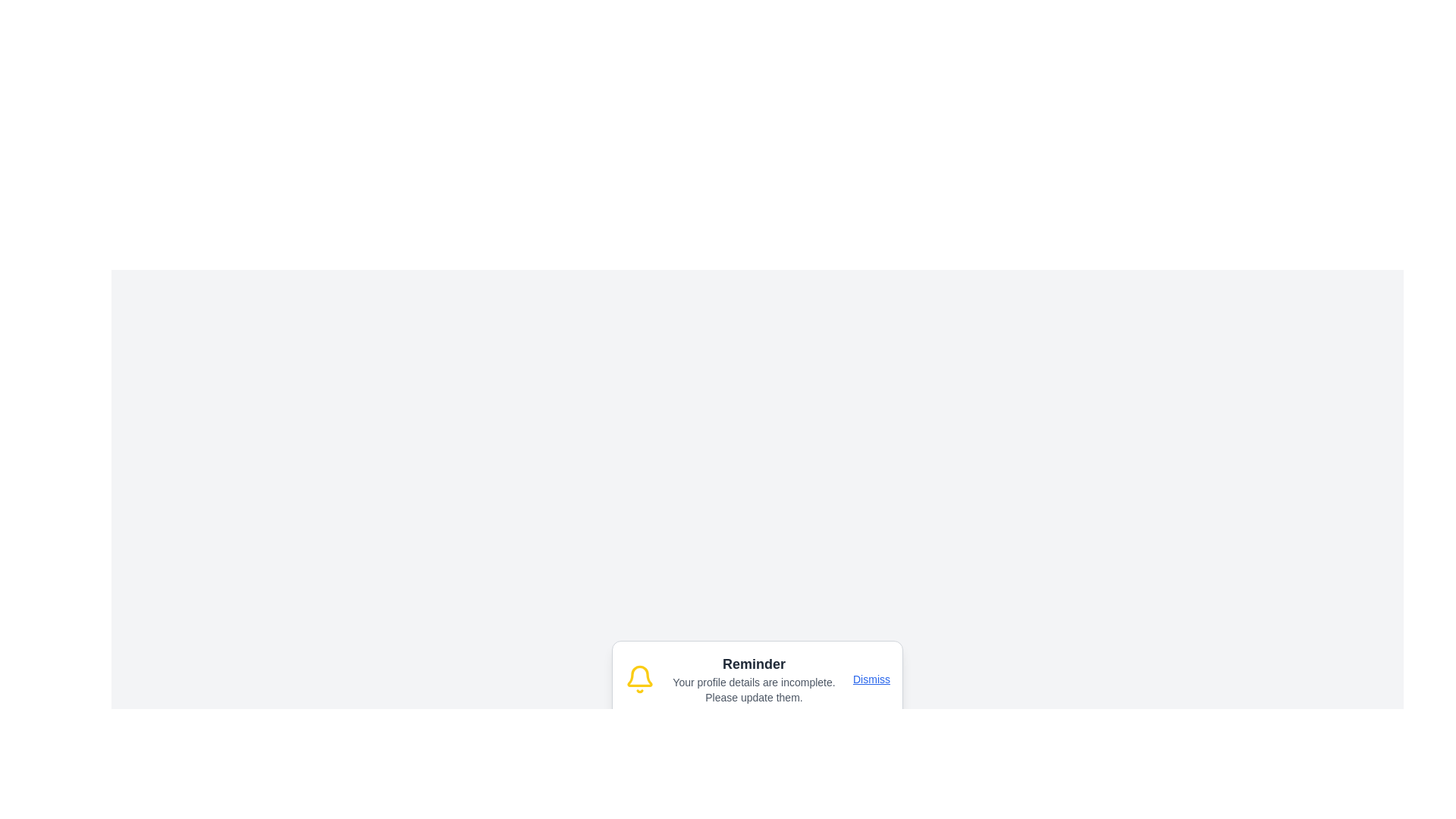 Image resolution: width=1456 pixels, height=819 pixels. I want to click on the 'Dismiss' hyperlink in the upper-right corner of the notification card, so click(871, 678).